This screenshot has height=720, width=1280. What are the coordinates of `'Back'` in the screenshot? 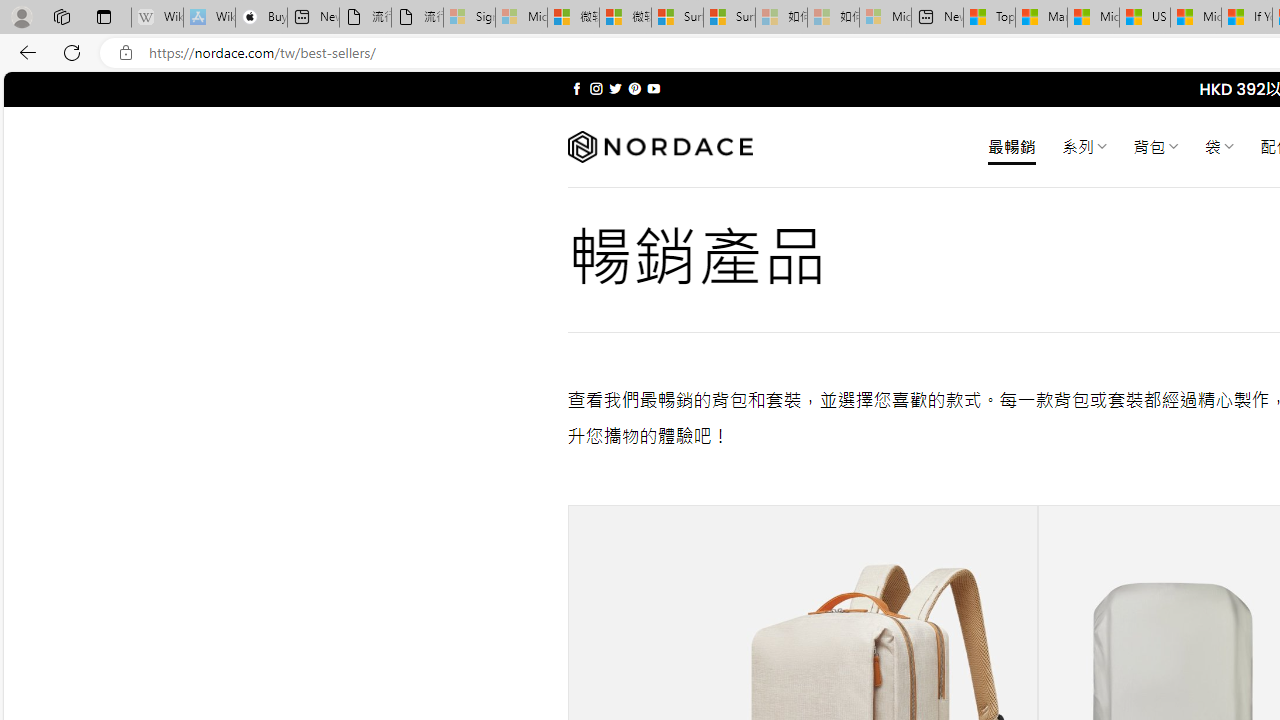 It's located at (24, 51).